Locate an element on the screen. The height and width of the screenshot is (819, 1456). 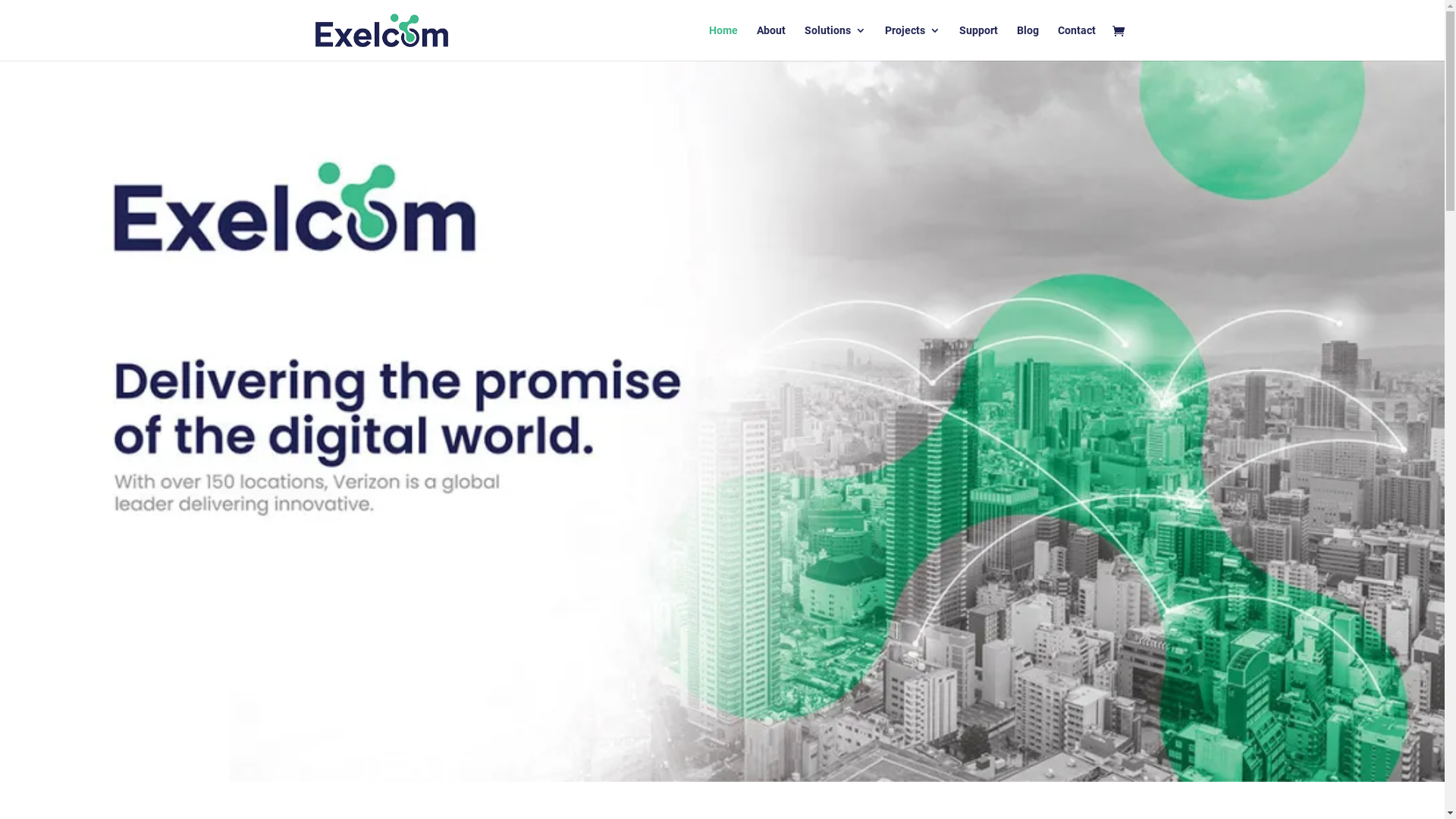
'Contact' is located at coordinates (1075, 42).